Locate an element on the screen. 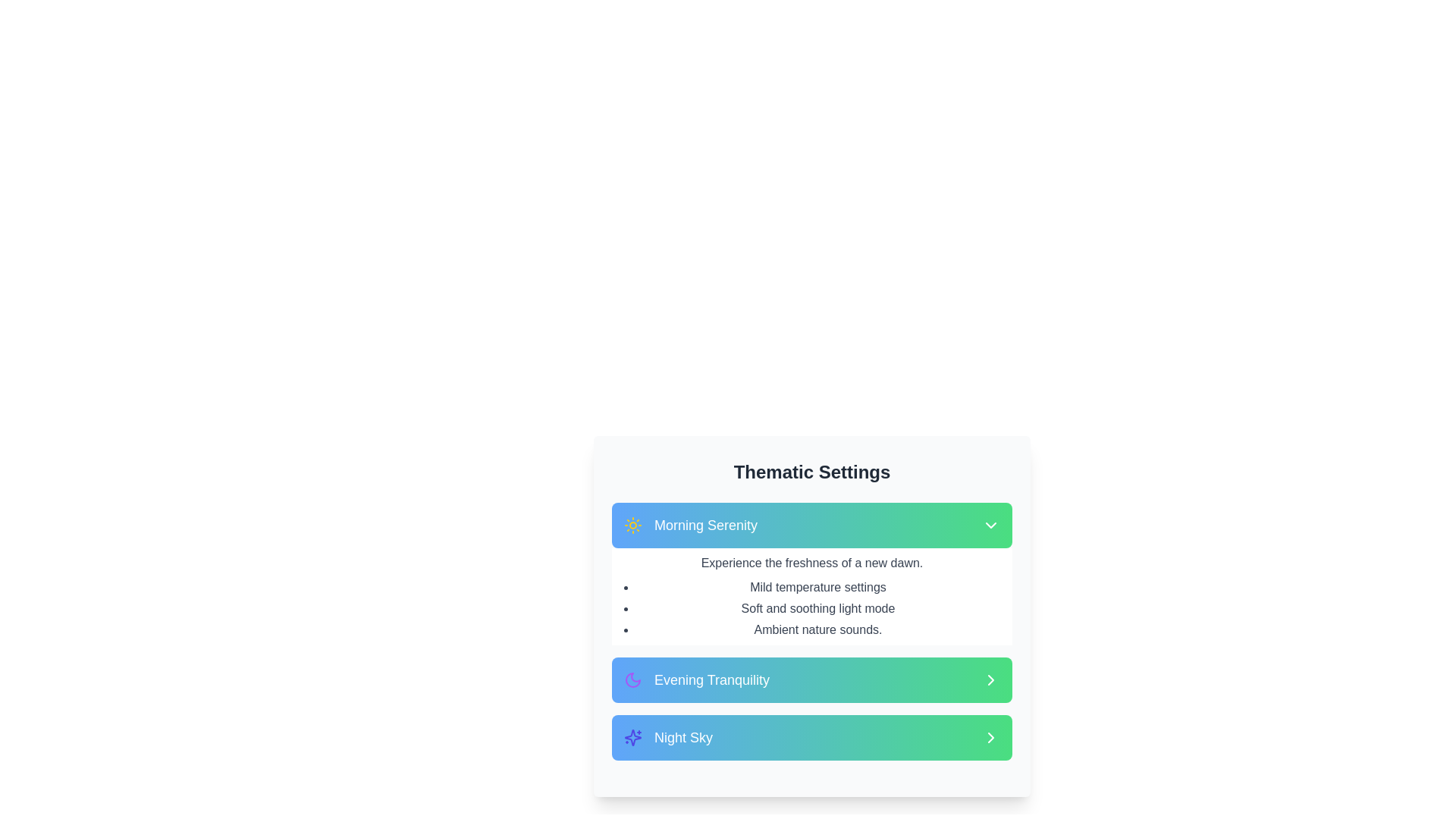 The height and width of the screenshot is (819, 1456). the right-pointing arrow icon located in the 'Night Sky' section is located at coordinates (990, 736).